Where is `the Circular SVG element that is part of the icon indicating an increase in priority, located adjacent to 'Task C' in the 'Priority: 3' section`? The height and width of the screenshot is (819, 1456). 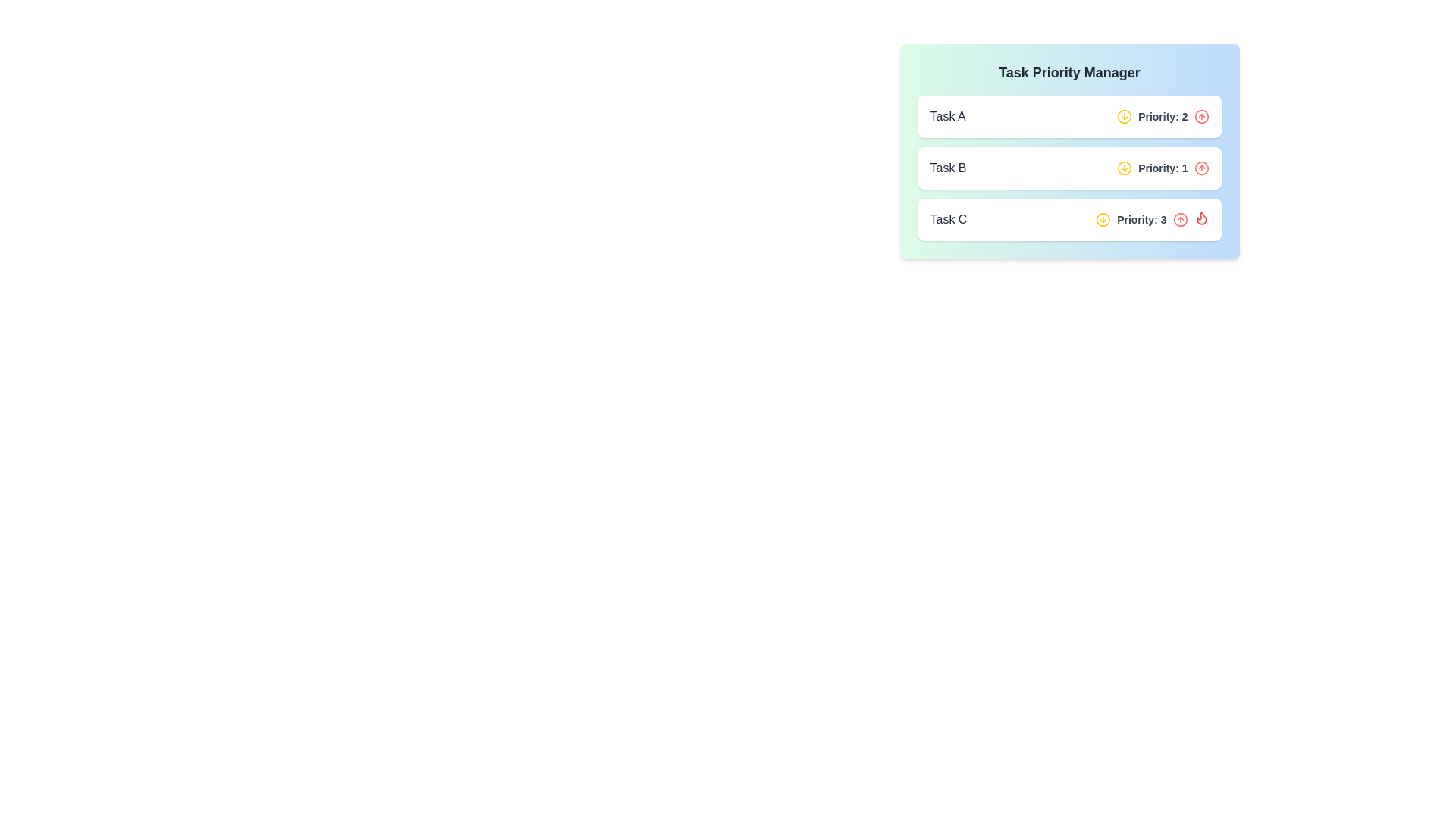 the Circular SVG element that is part of the icon indicating an increase in priority, located adjacent to 'Task C' in the 'Priority: 3' section is located at coordinates (1179, 219).